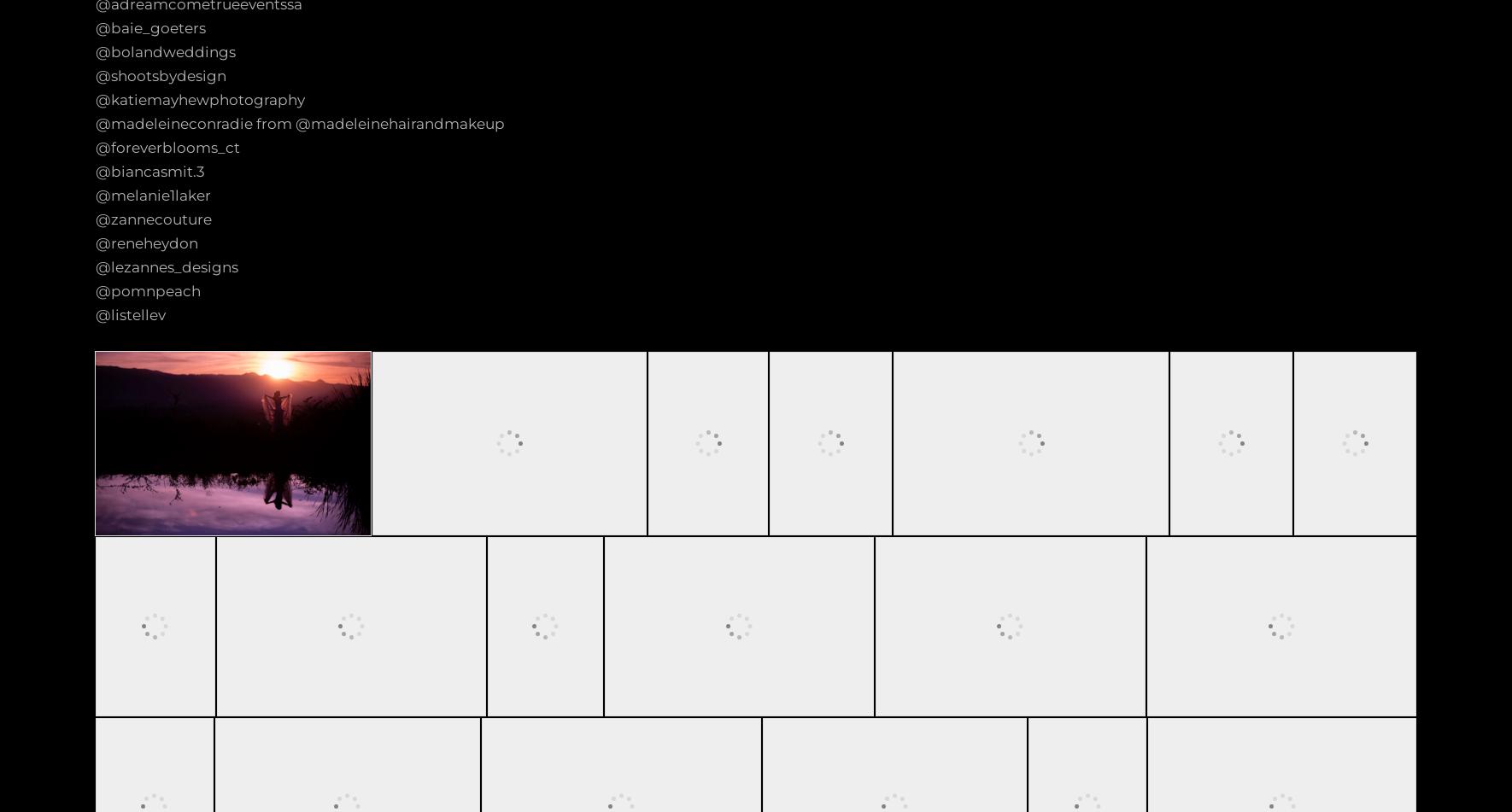 The width and height of the screenshot is (1512, 812). Describe the element at coordinates (95, 124) in the screenshot. I see `'@madeleineconradie from @madeleinehairandmakeup'` at that location.